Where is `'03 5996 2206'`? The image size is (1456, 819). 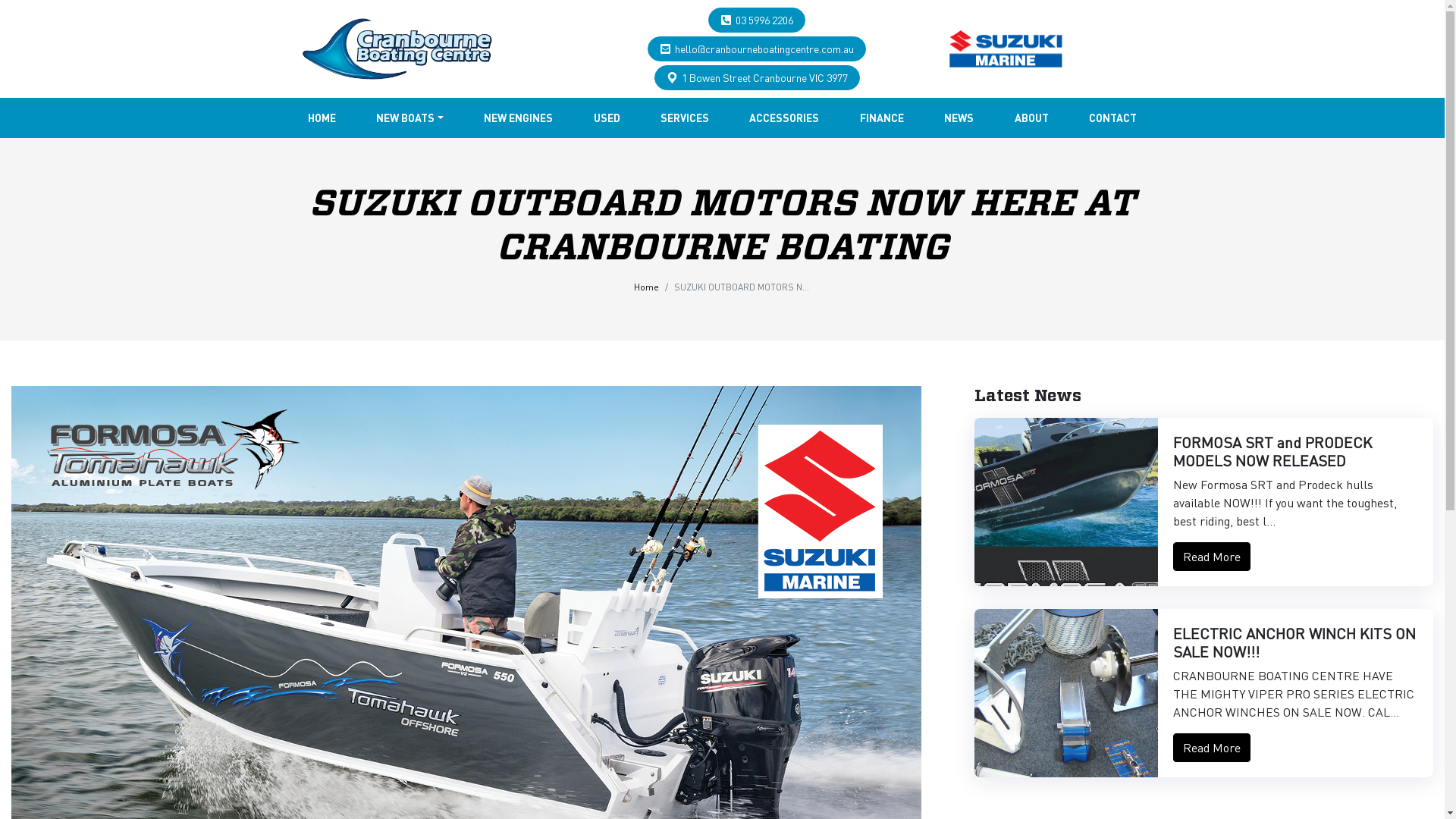 '03 5996 2206' is located at coordinates (764, 20).